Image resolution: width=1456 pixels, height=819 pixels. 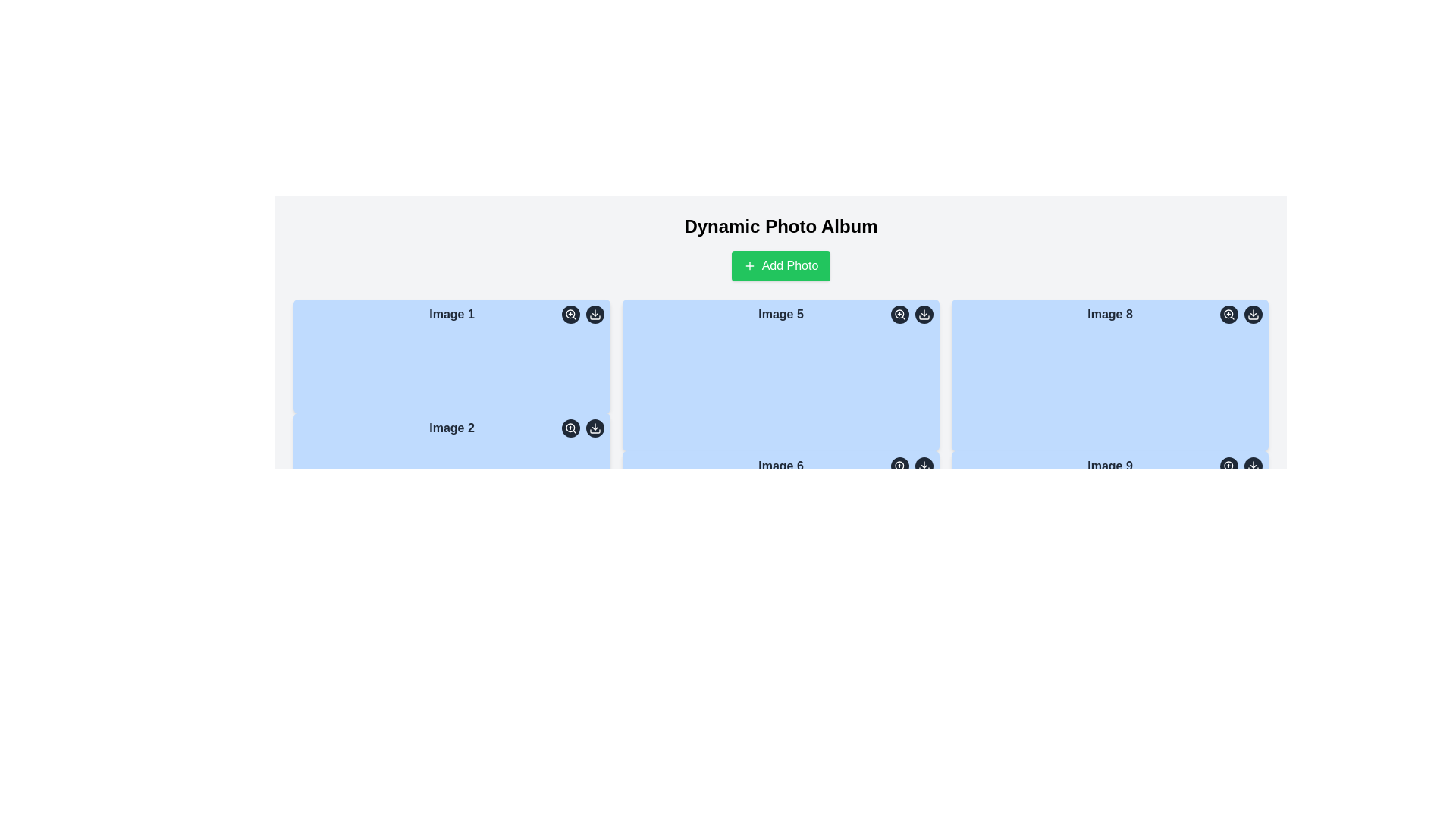 I want to click on the button located in the top-right corner of the section displaying 'Image 8', so click(x=1253, y=314).